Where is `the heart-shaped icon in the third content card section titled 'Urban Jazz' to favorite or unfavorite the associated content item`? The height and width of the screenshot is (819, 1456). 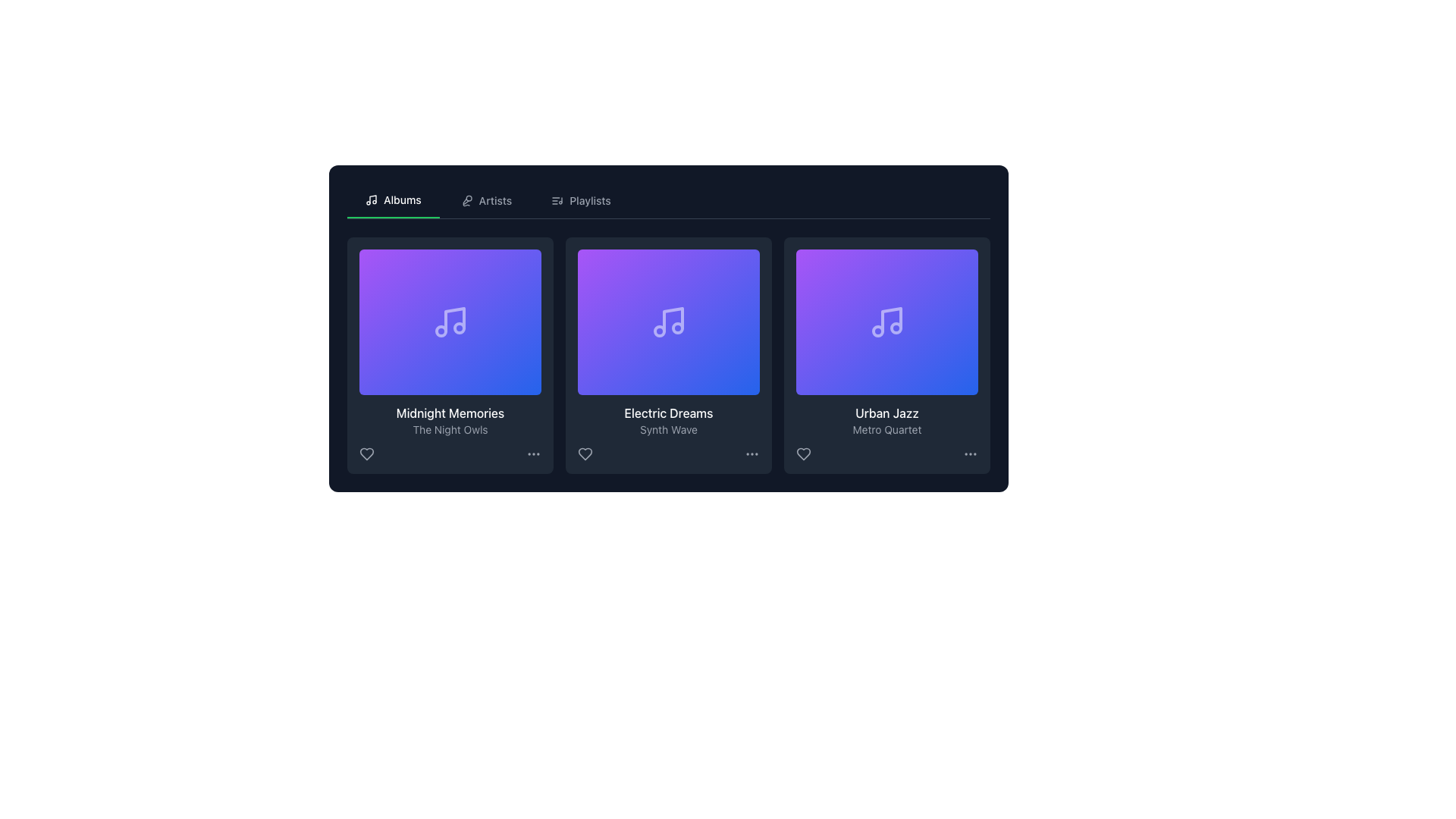
the heart-shaped icon in the third content card section titled 'Urban Jazz' to favorite or unfavorite the associated content item is located at coordinates (803, 453).